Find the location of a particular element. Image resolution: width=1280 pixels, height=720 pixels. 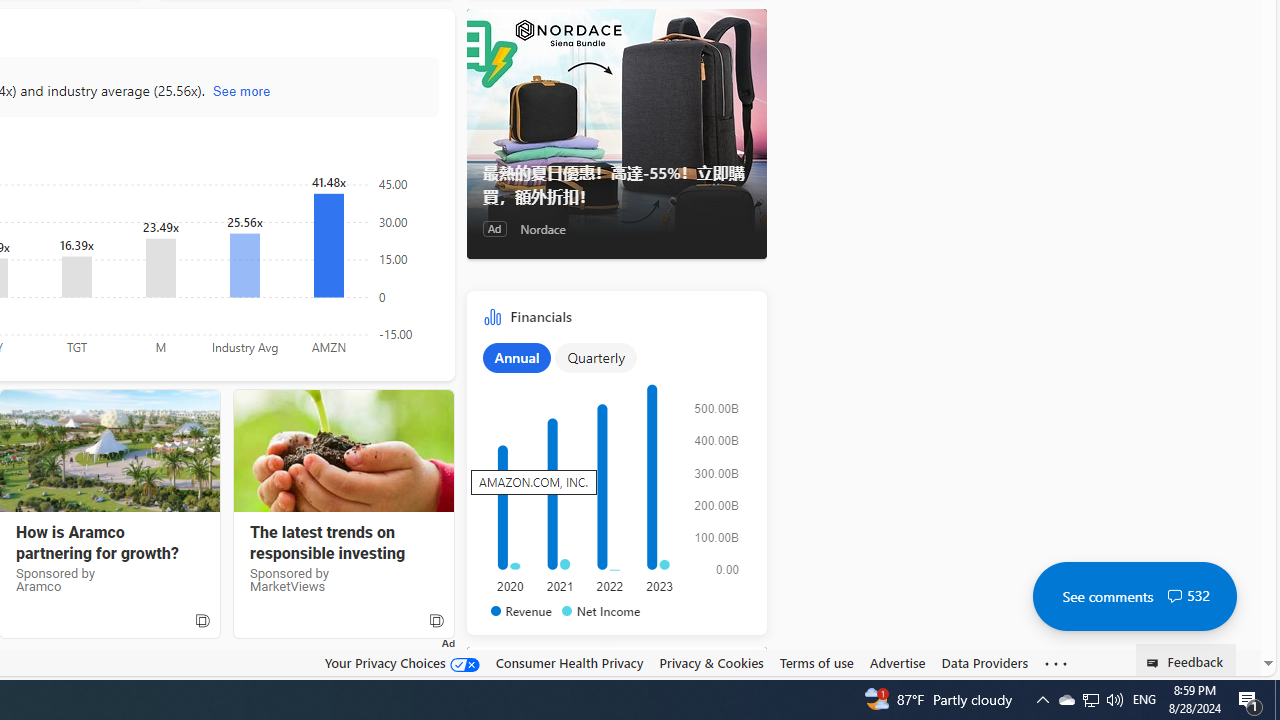

'Consumer Health Privacy' is located at coordinates (568, 662).